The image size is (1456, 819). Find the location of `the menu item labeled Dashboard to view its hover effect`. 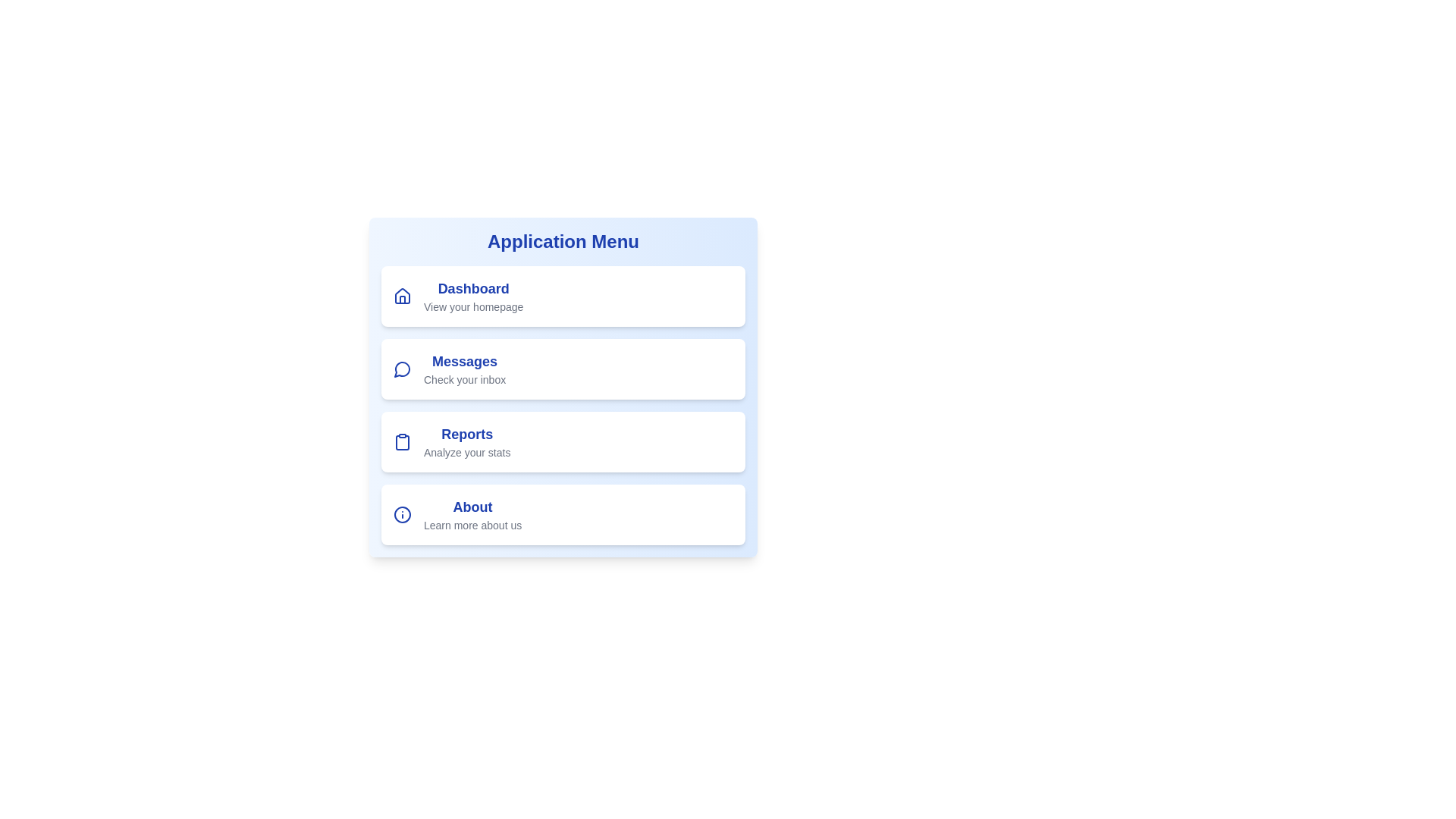

the menu item labeled Dashboard to view its hover effect is located at coordinates (563, 296).